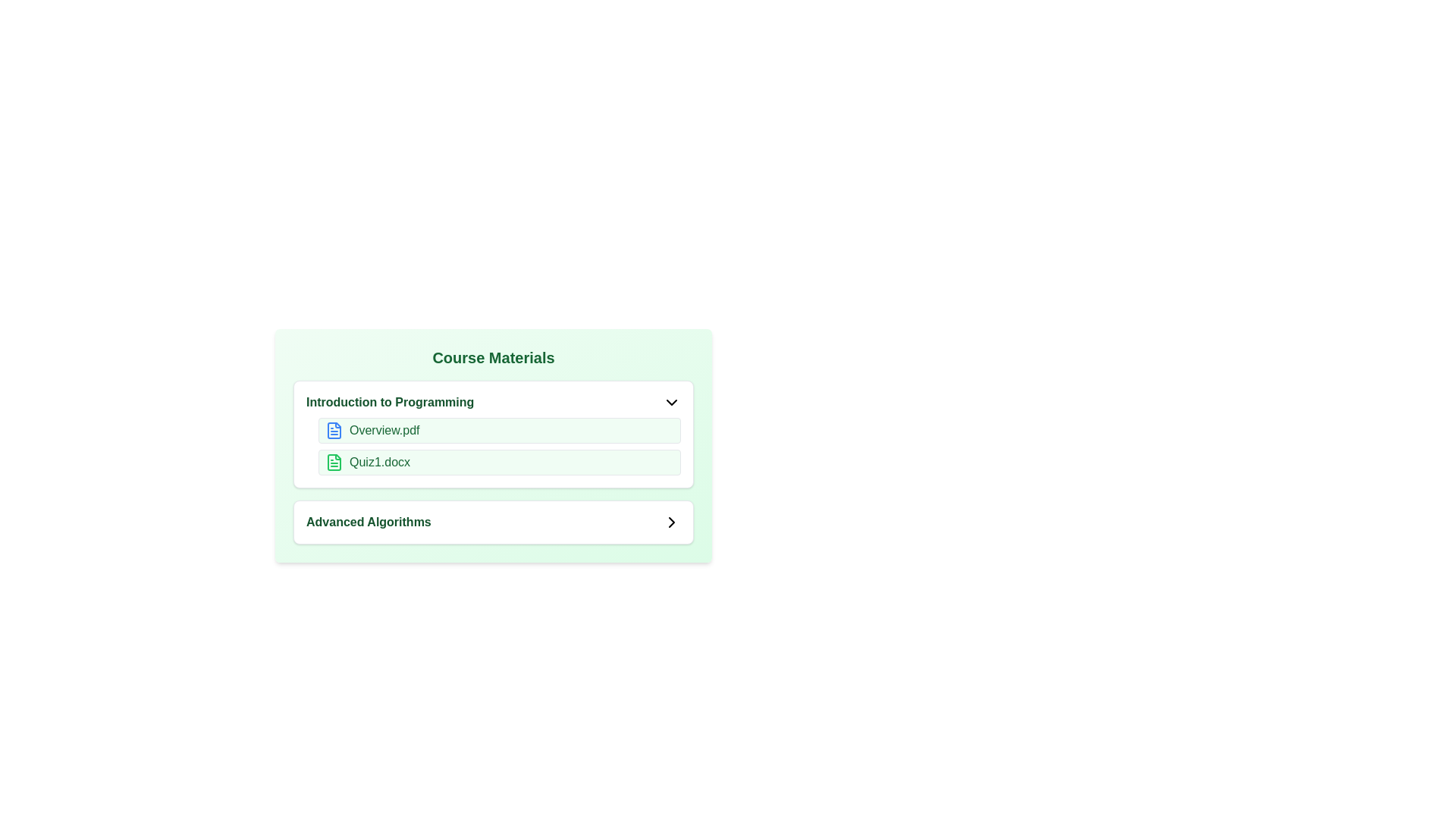  What do you see at coordinates (334, 461) in the screenshot?
I see `the material named Quiz1.docx to open it` at bounding box center [334, 461].